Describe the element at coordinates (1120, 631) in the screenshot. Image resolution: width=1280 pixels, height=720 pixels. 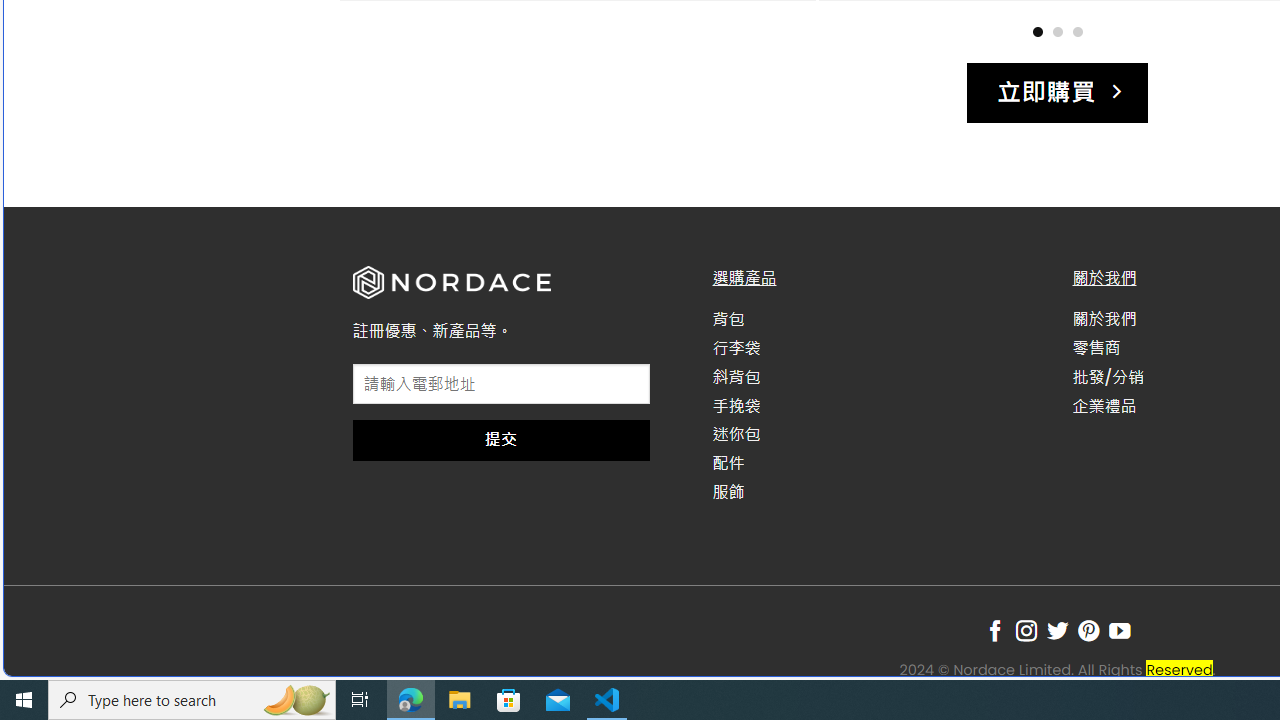
I see `'Follow on YouTube'` at that location.